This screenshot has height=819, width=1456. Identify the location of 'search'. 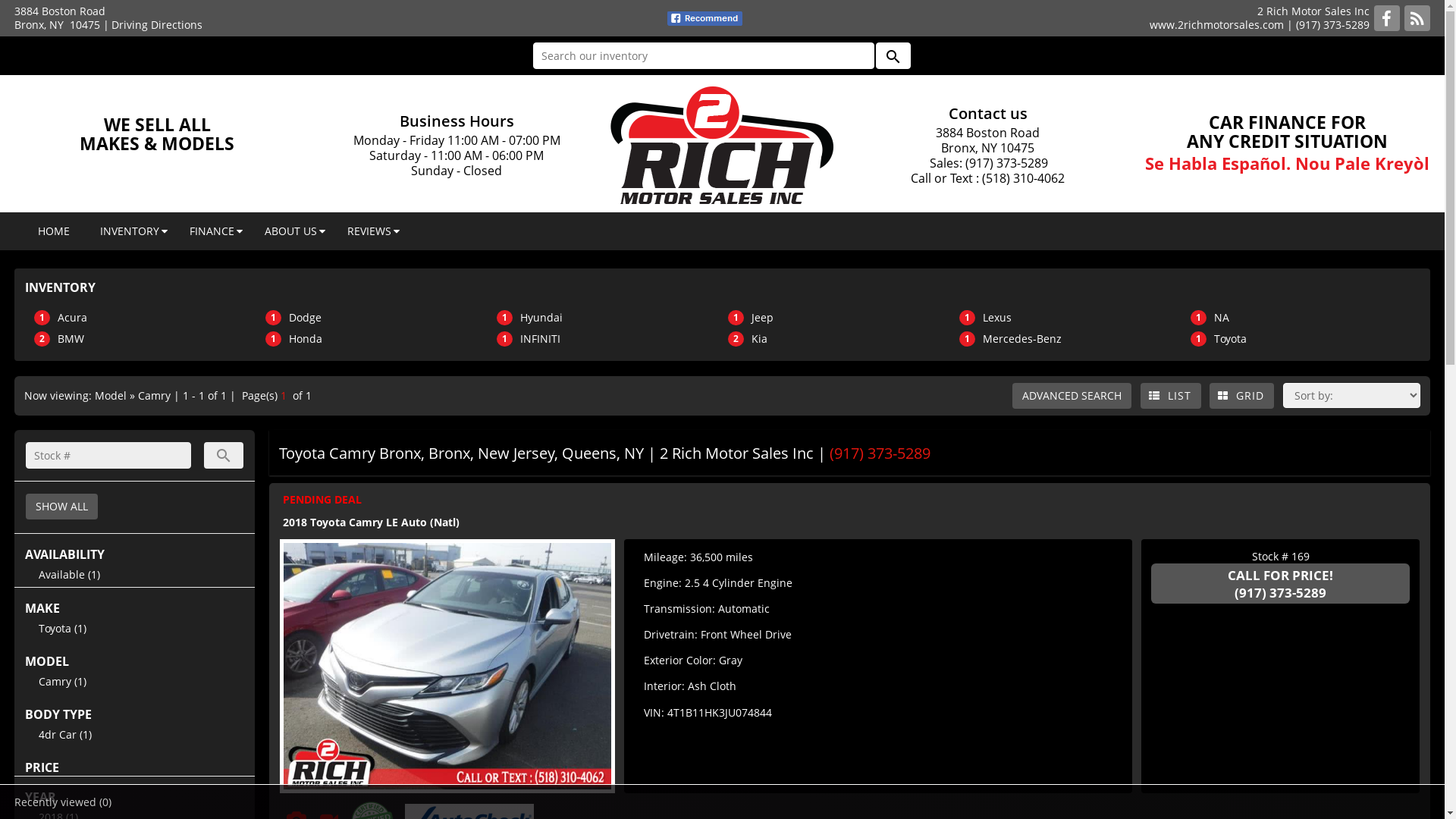
(202, 454).